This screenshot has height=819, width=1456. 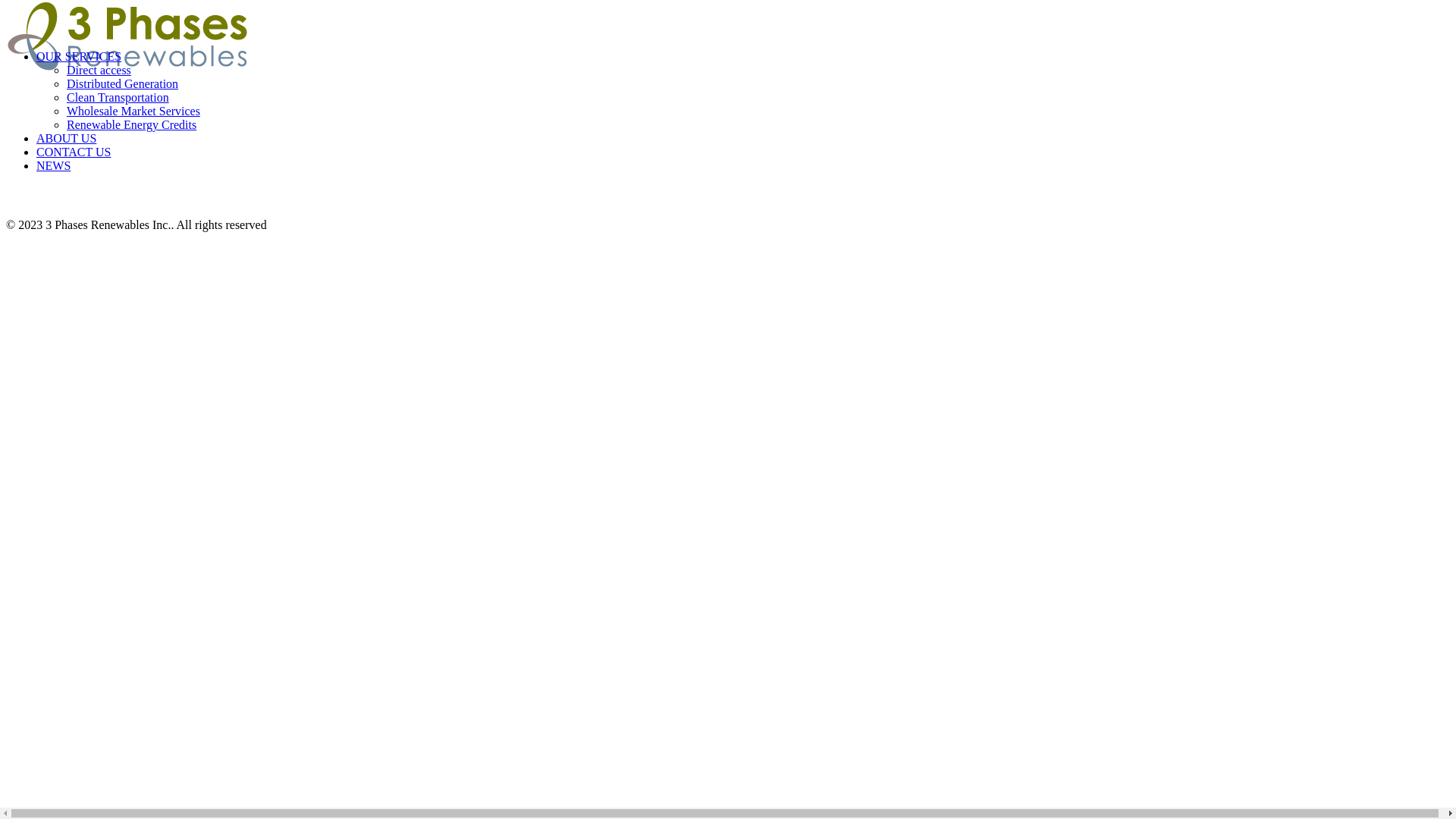 What do you see at coordinates (734, 70) in the screenshot?
I see `'FAQ'` at bounding box center [734, 70].